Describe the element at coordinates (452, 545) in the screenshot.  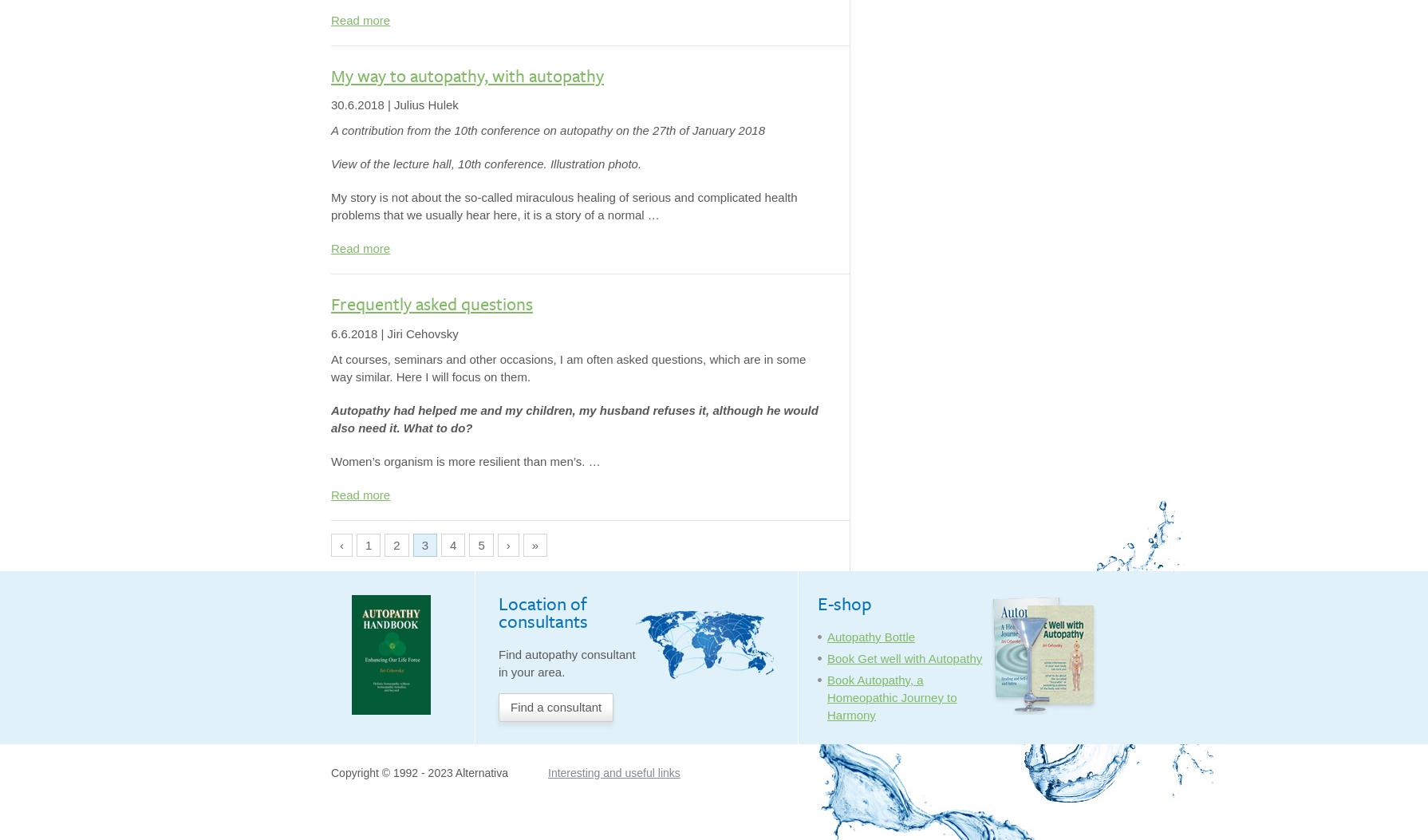
I see `'4'` at that location.